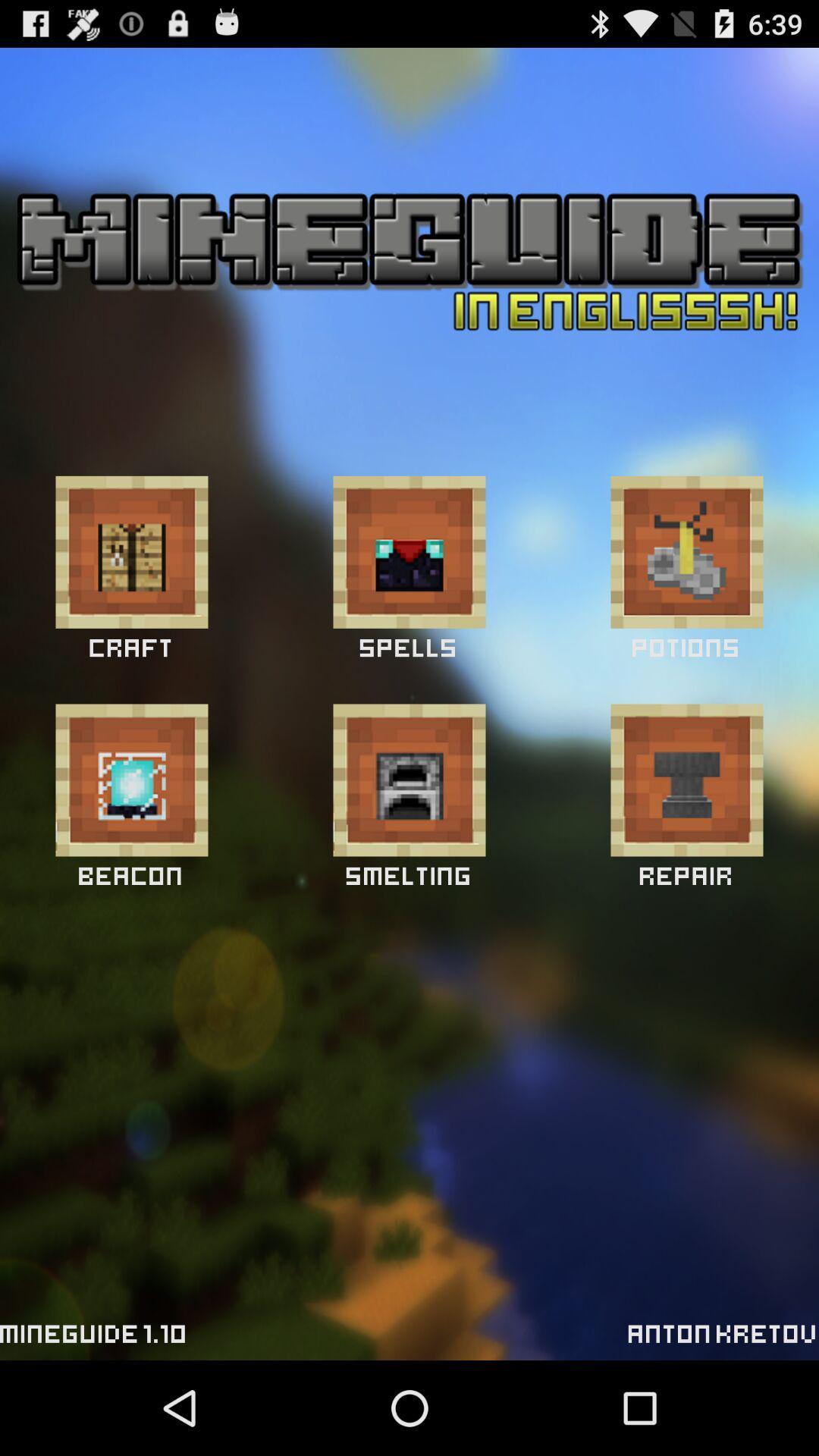 This screenshot has width=819, height=1456. What do you see at coordinates (130, 780) in the screenshot?
I see `eeacon` at bounding box center [130, 780].